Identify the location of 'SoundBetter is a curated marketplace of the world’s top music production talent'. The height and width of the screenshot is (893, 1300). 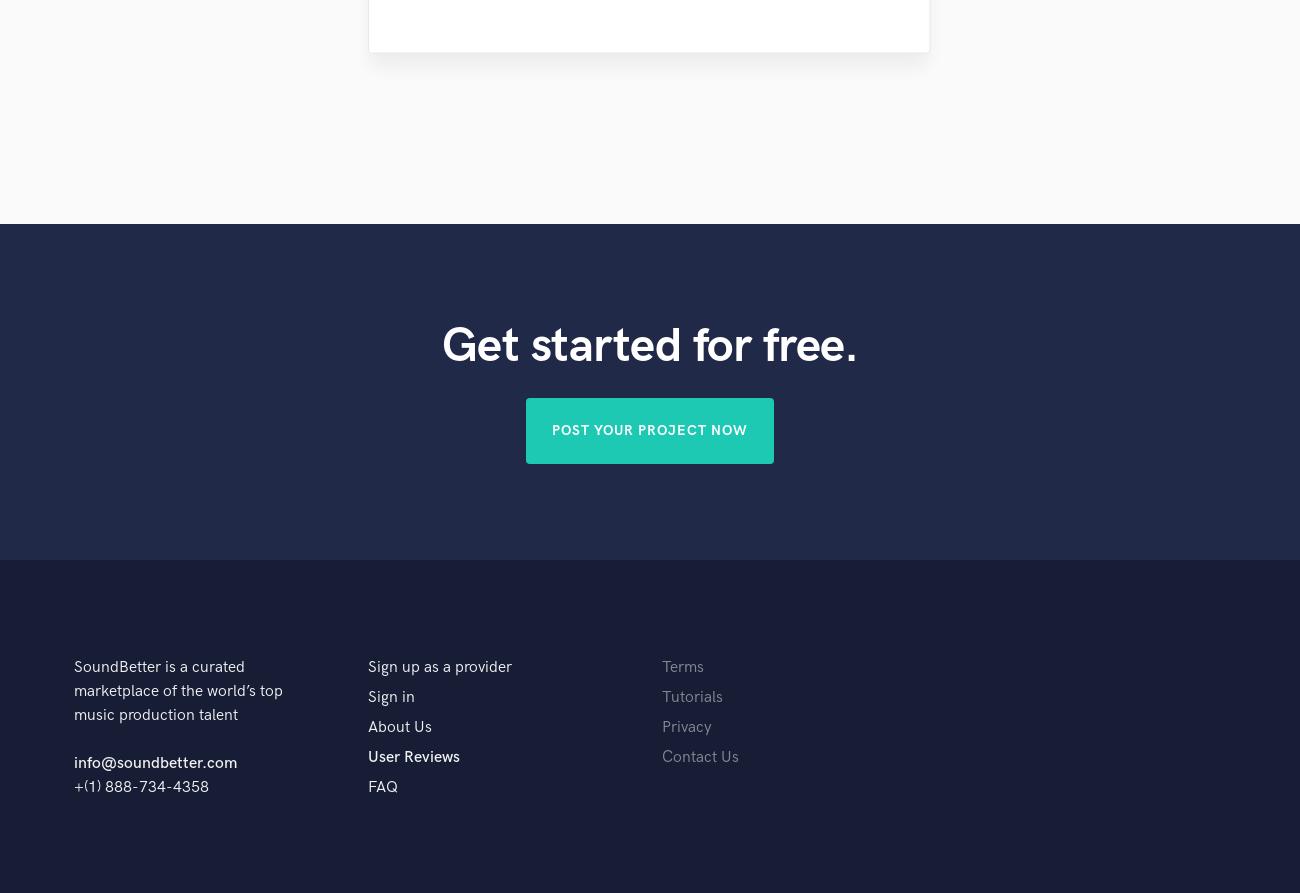
(178, 691).